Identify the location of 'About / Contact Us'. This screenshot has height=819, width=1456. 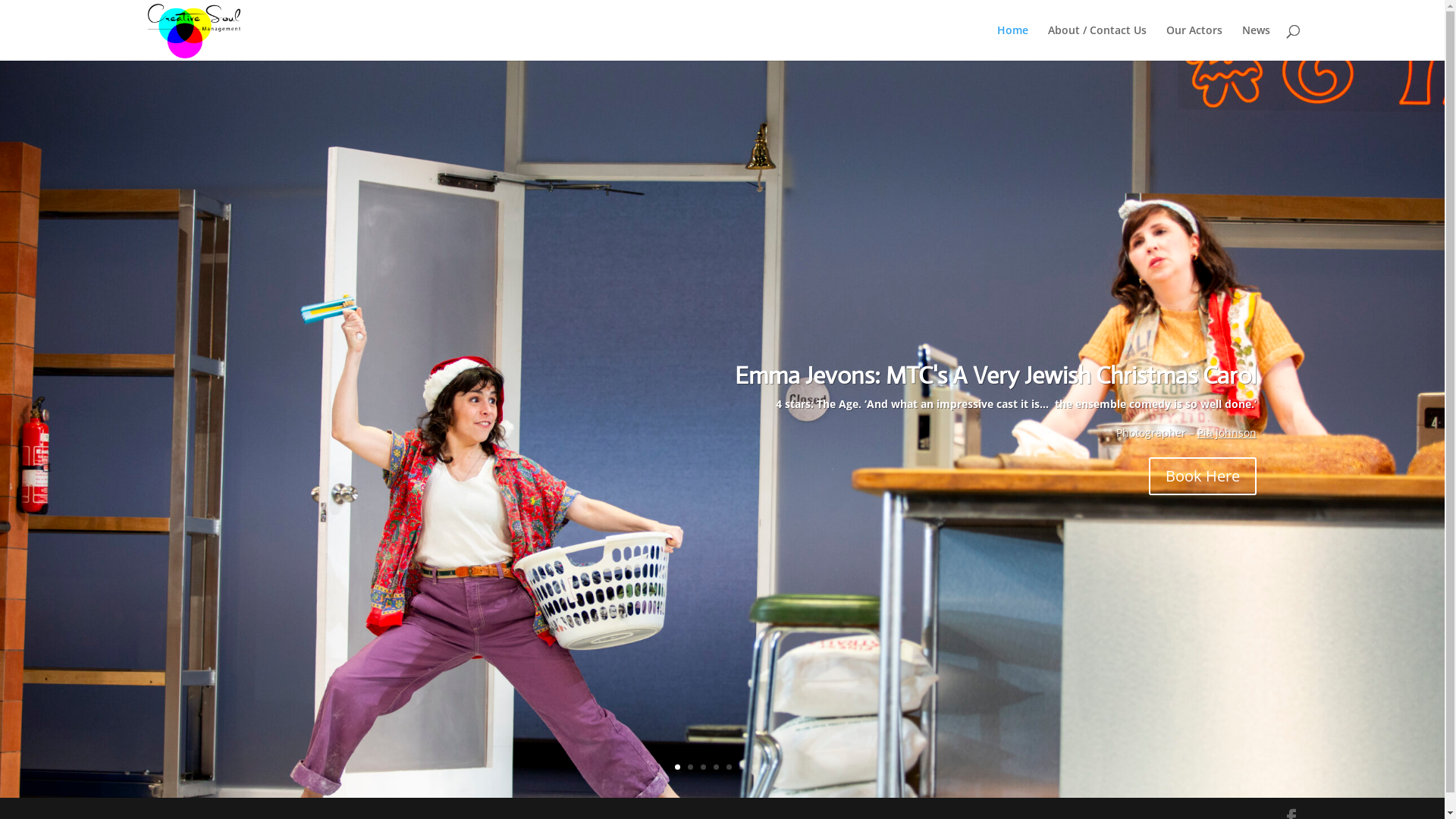
(1047, 42).